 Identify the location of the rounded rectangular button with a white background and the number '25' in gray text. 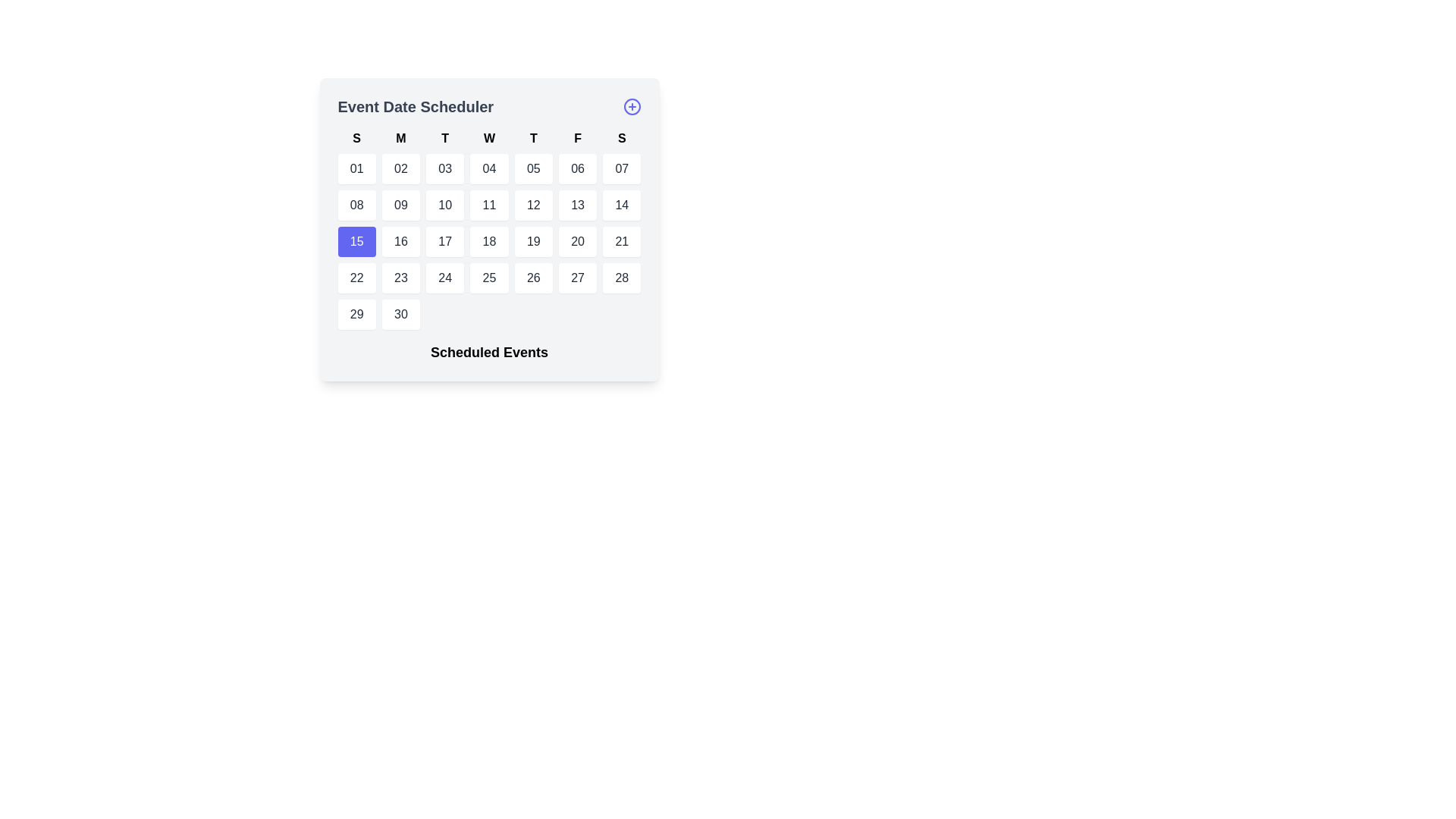
(489, 278).